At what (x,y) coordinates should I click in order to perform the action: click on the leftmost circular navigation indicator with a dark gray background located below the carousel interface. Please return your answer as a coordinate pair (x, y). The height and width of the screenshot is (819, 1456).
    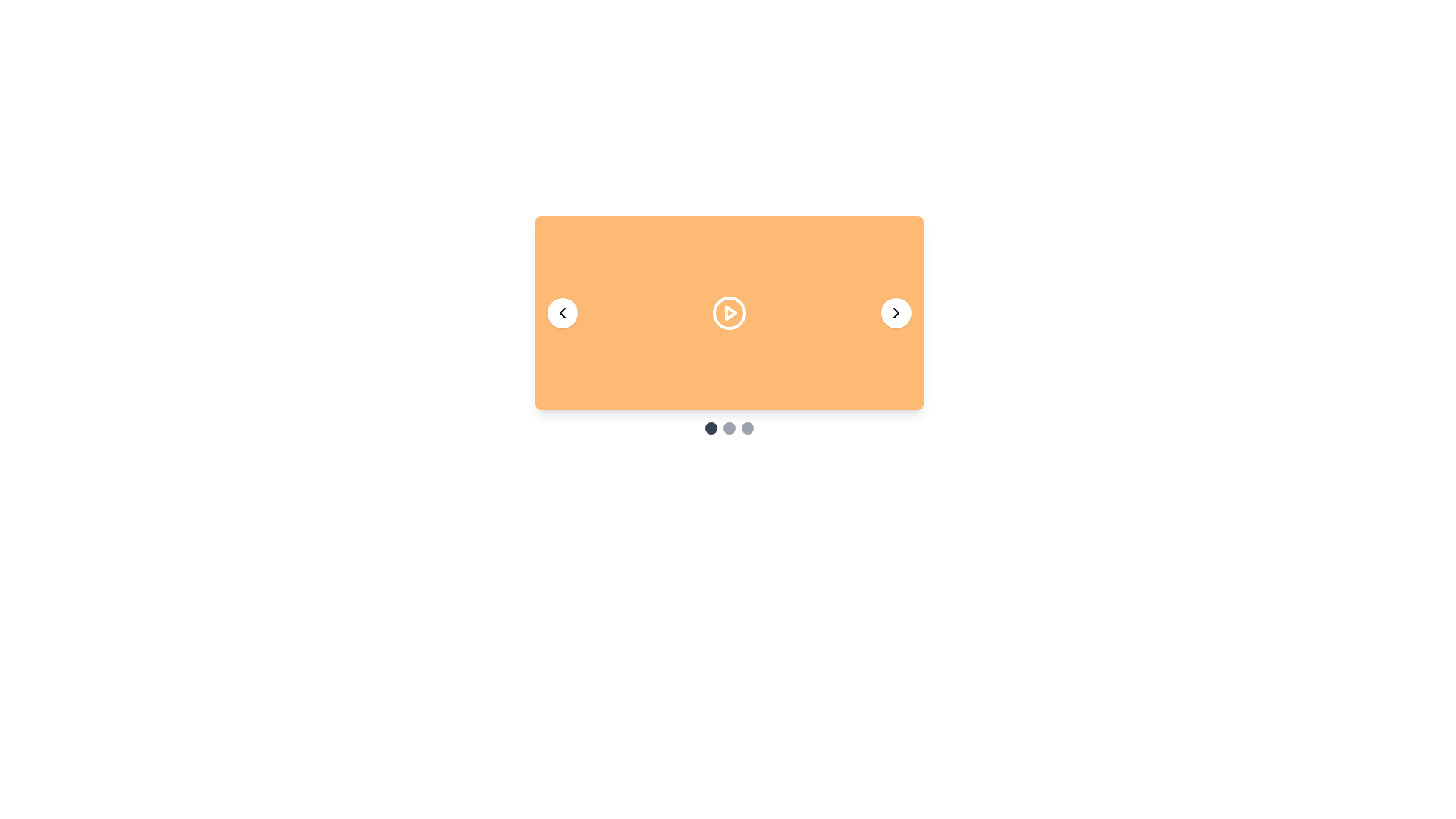
    Looking at the image, I should click on (710, 428).